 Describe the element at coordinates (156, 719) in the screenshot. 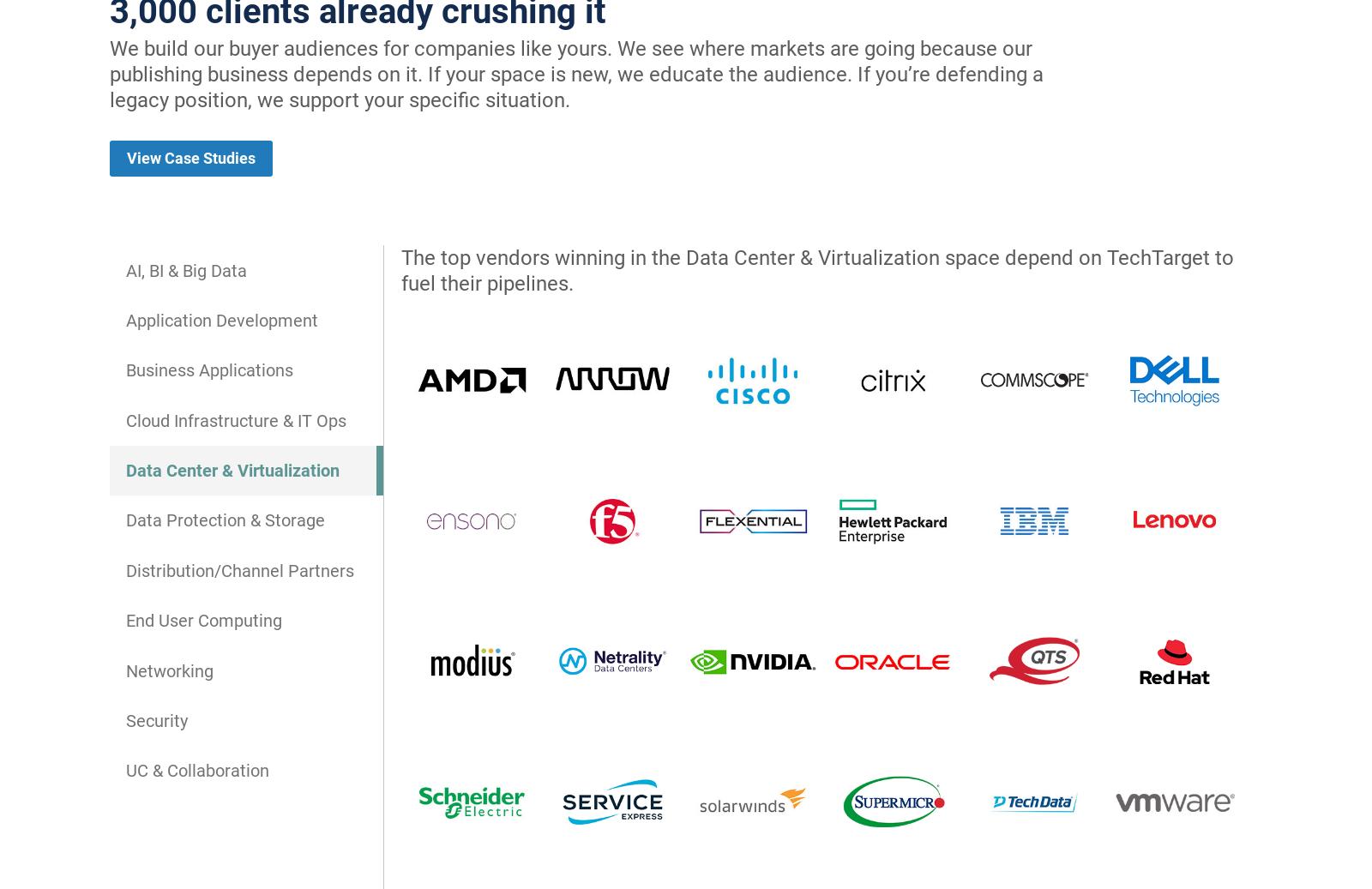

I see `'Security'` at that location.